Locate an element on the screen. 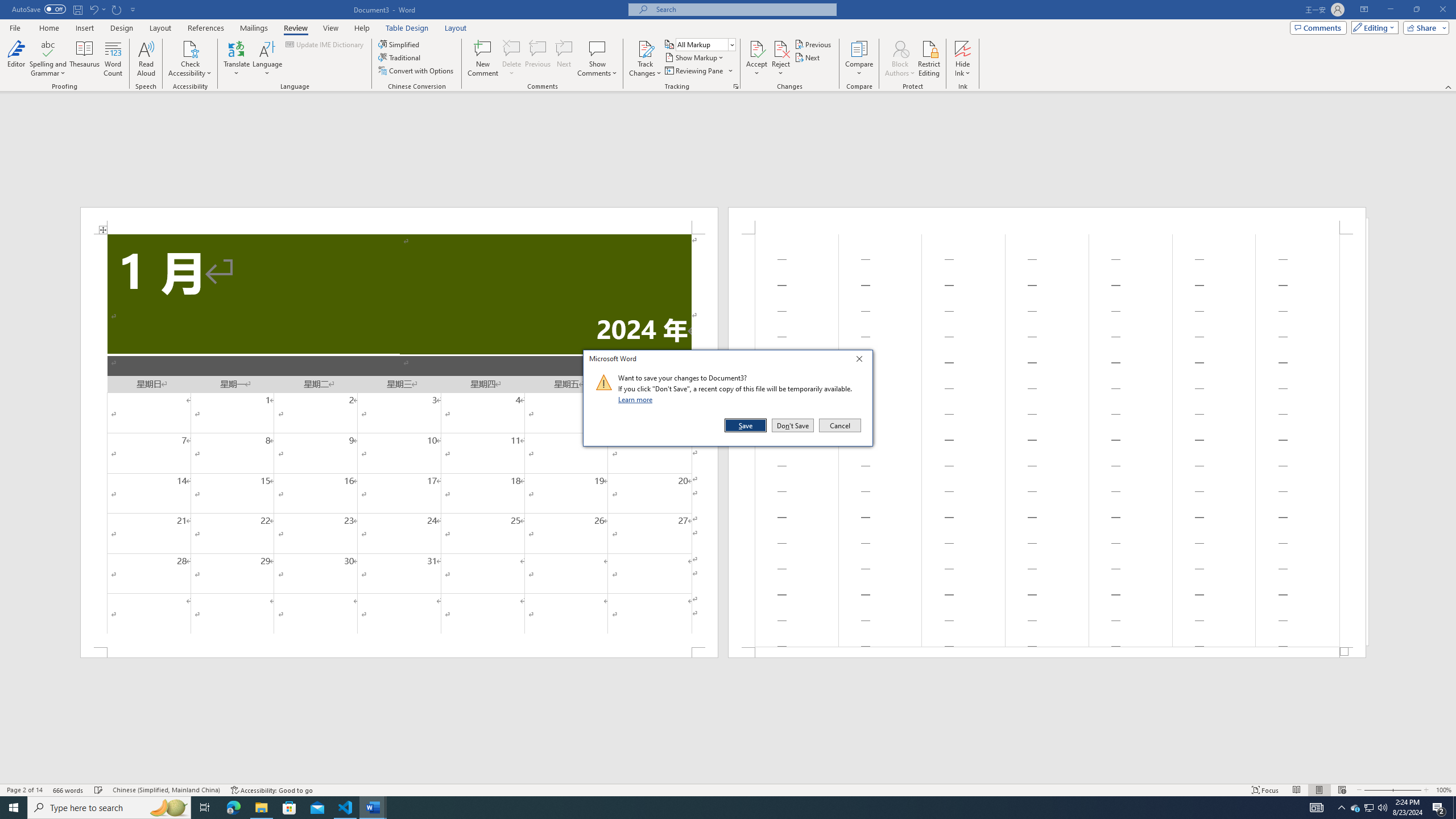  'Change Tracking Options...' is located at coordinates (735, 85).